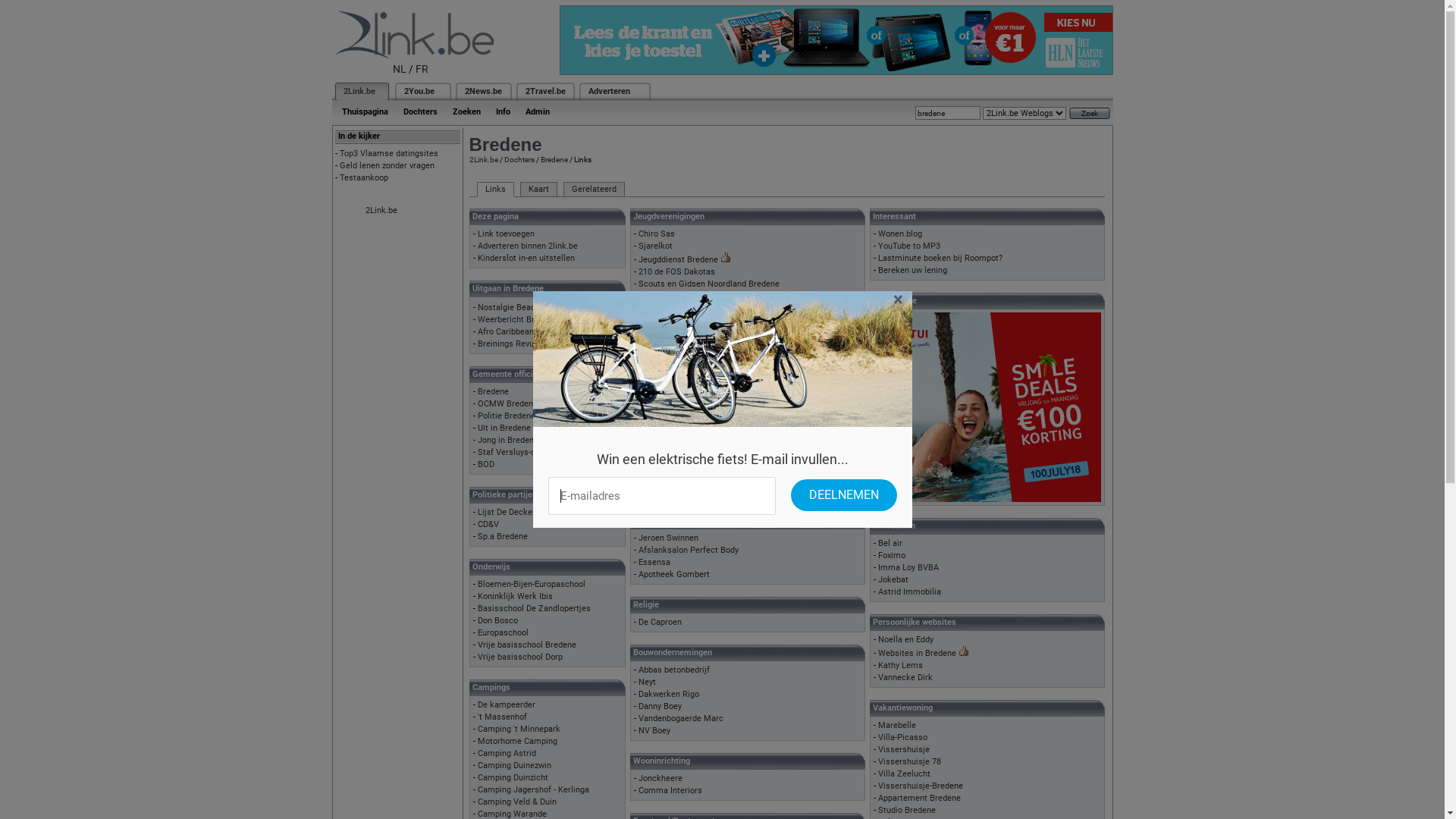 This screenshot has height=819, width=1456. Describe the element at coordinates (903, 748) in the screenshot. I see `'Vissershuisje'` at that location.